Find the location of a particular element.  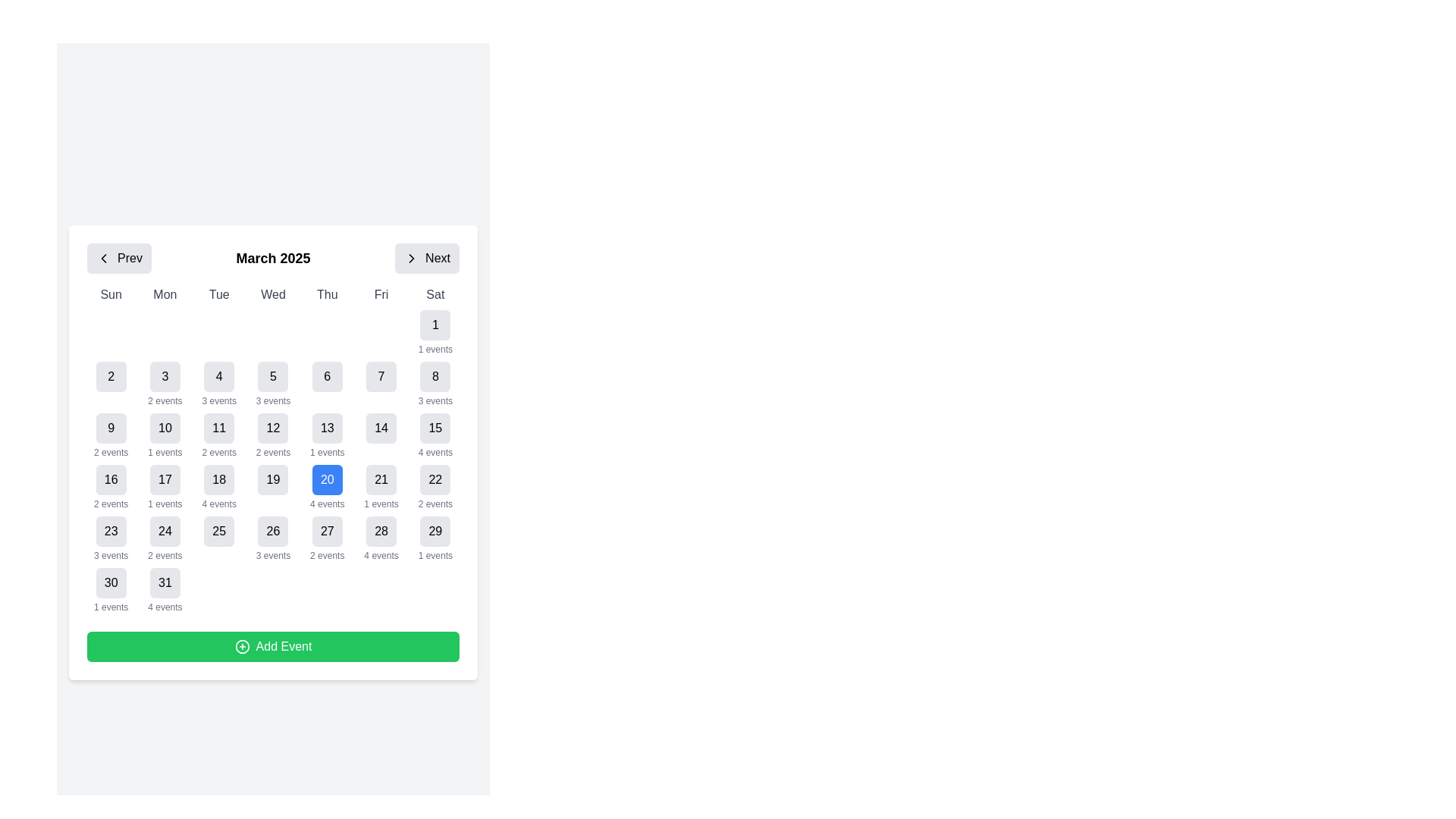

the text element displaying 'Wed' is located at coordinates (273, 295).